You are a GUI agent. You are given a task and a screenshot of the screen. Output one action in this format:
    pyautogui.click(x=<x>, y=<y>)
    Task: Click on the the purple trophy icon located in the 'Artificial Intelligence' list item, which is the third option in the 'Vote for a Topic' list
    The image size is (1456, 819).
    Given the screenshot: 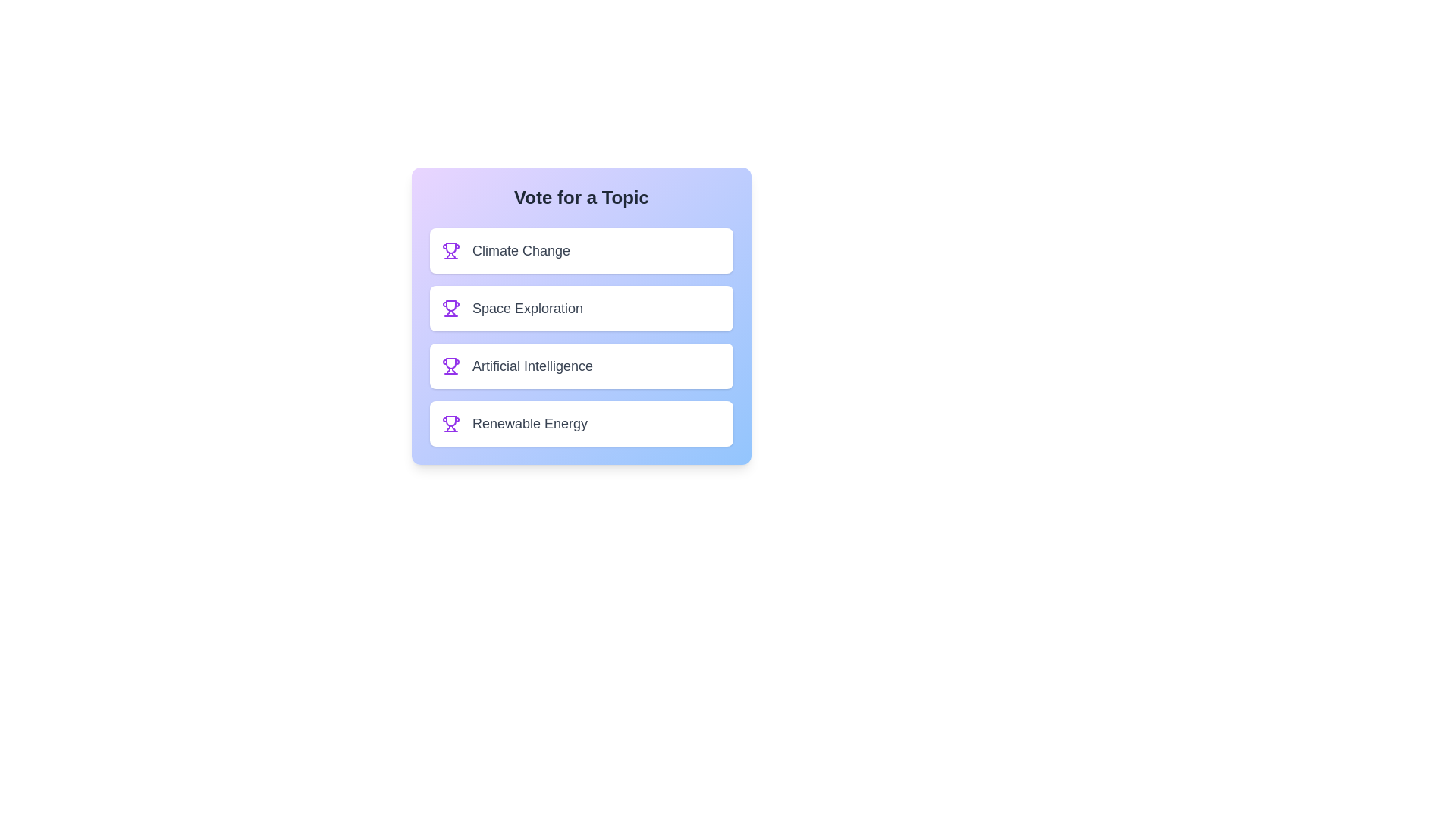 What is the action you would take?
    pyautogui.click(x=450, y=363)
    